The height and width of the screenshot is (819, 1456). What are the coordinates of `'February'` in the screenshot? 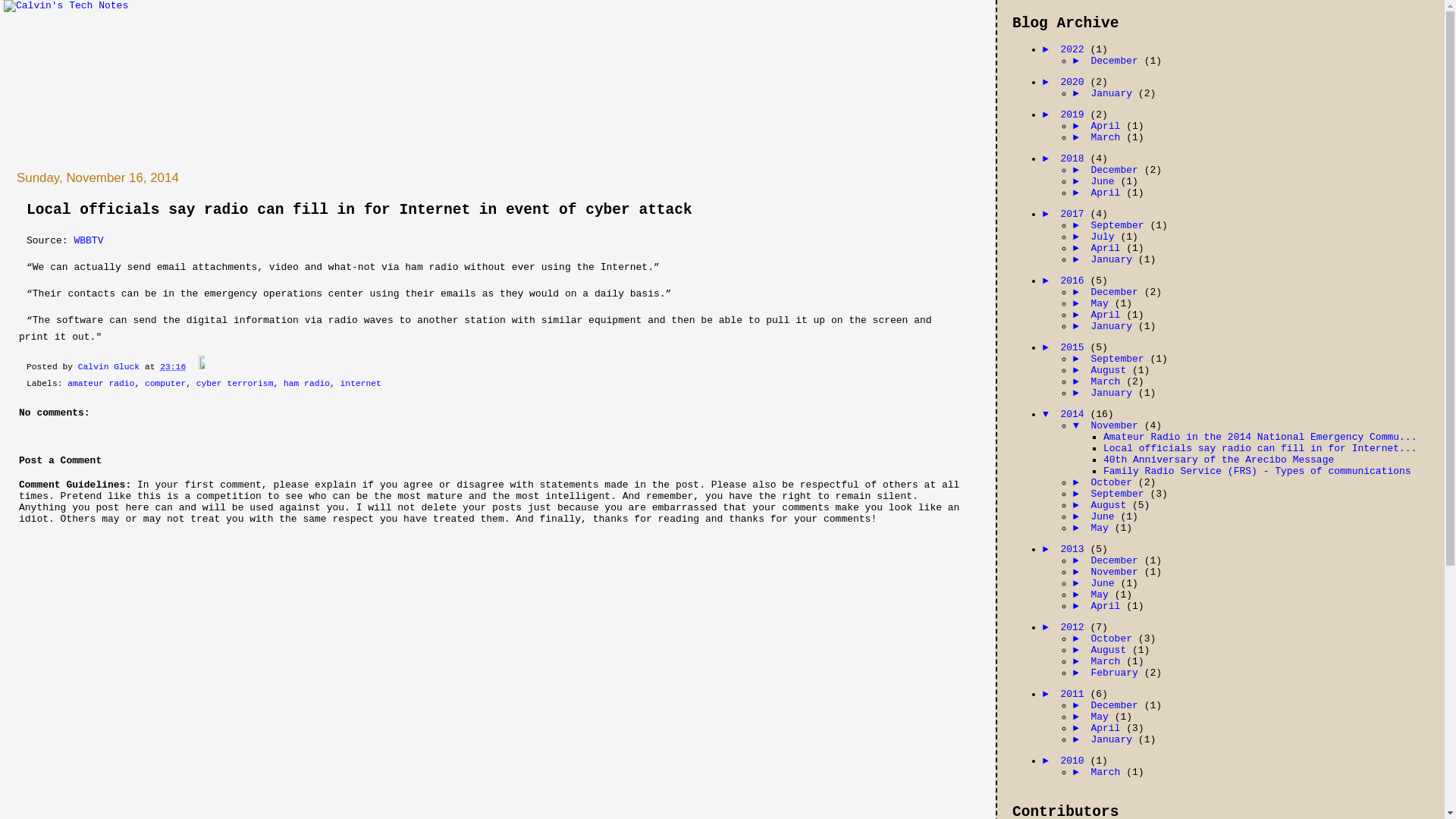 It's located at (1117, 672).